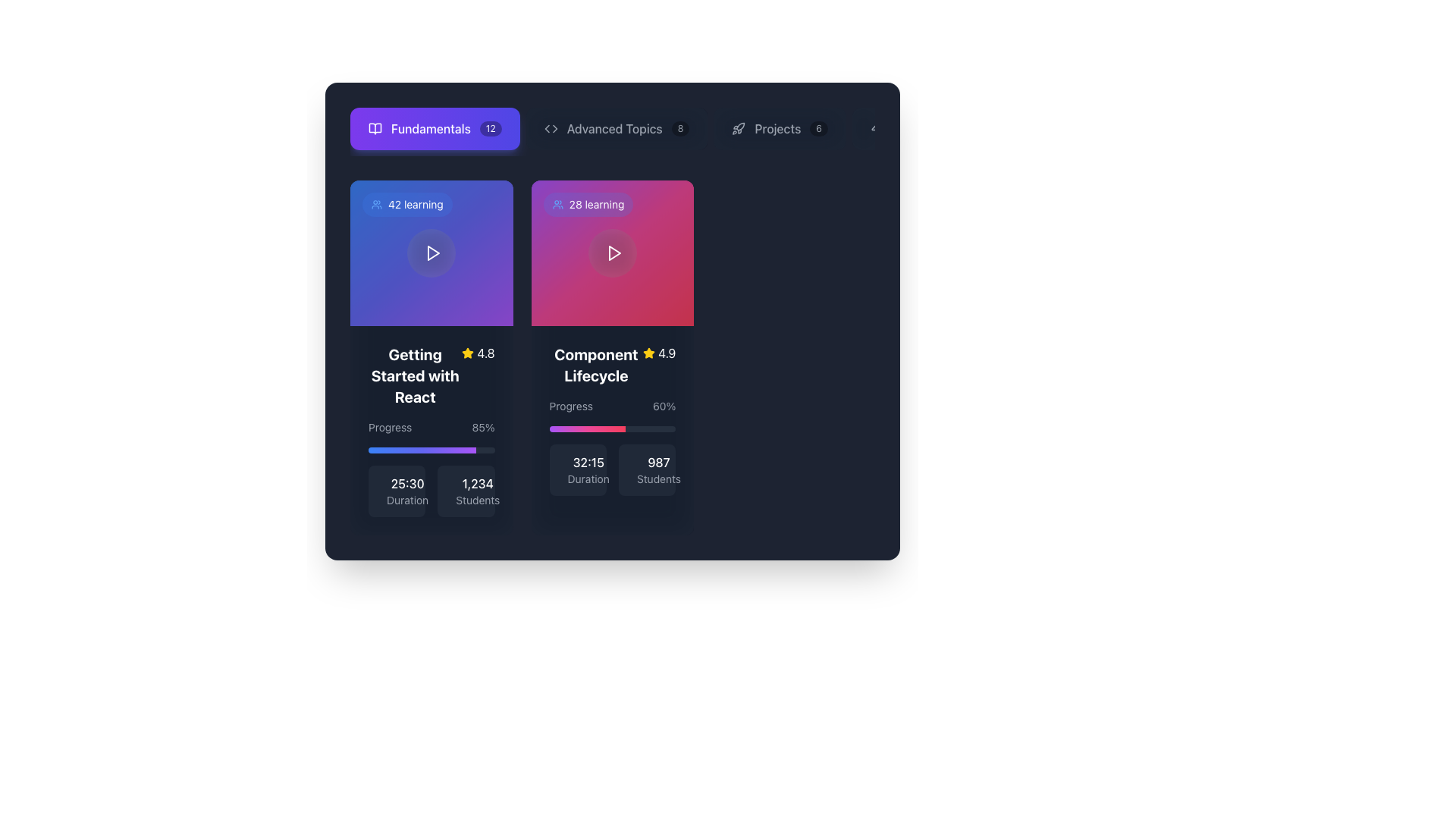 The image size is (1456, 819). What do you see at coordinates (586, 429) in the screenshot?
I see `the progress bar segment that is styled with a gradient from purple to pink, located within the 'Component Lifecycle' card under 'Progress 60%', to modify progress if interaction is enabled` at bounding box center [586, 429].